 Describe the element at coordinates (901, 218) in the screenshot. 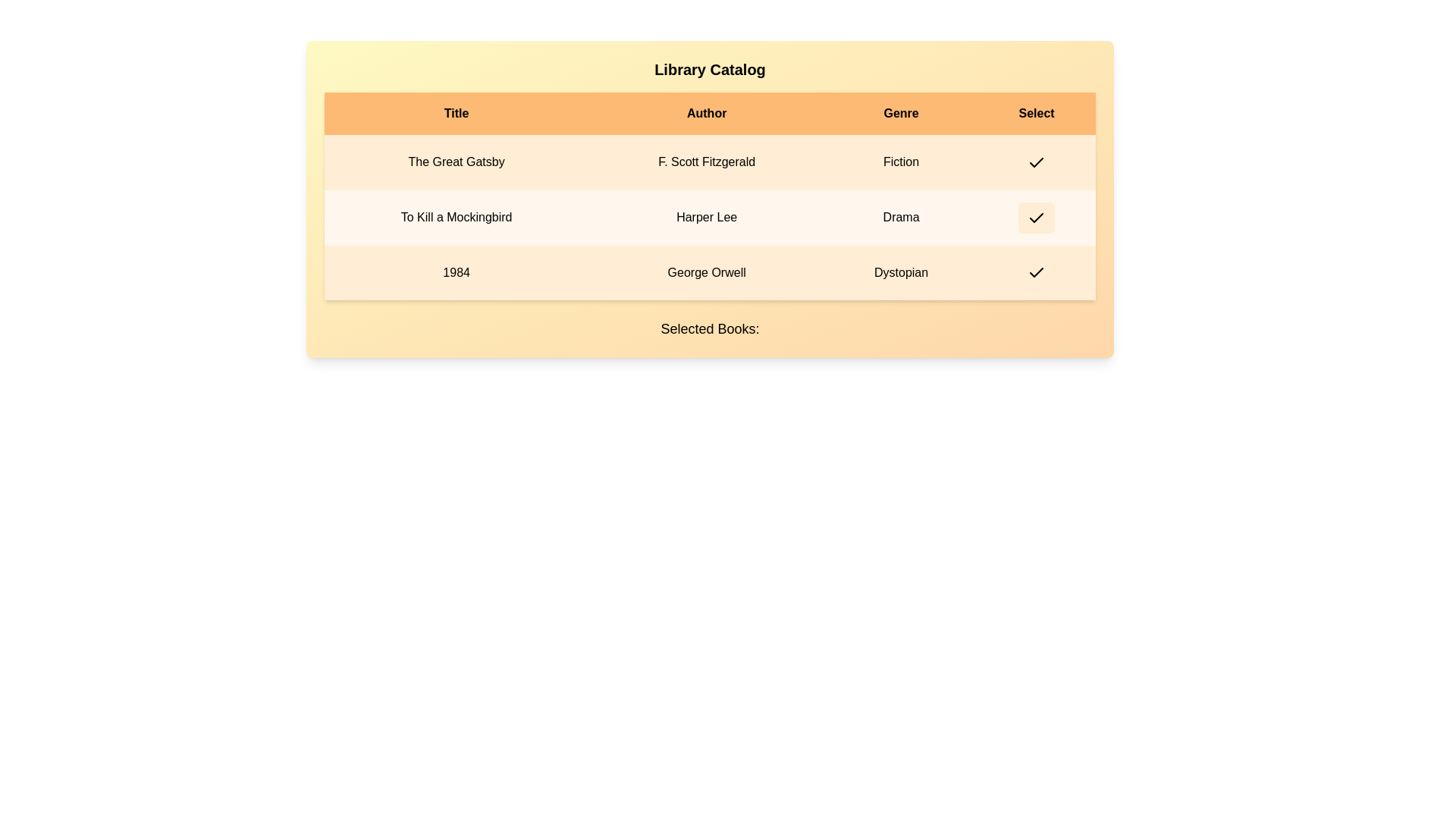

I see `the text label indicating the book 'To Kill a Mockingbird' classified under the 'Drama' genre` at that location.